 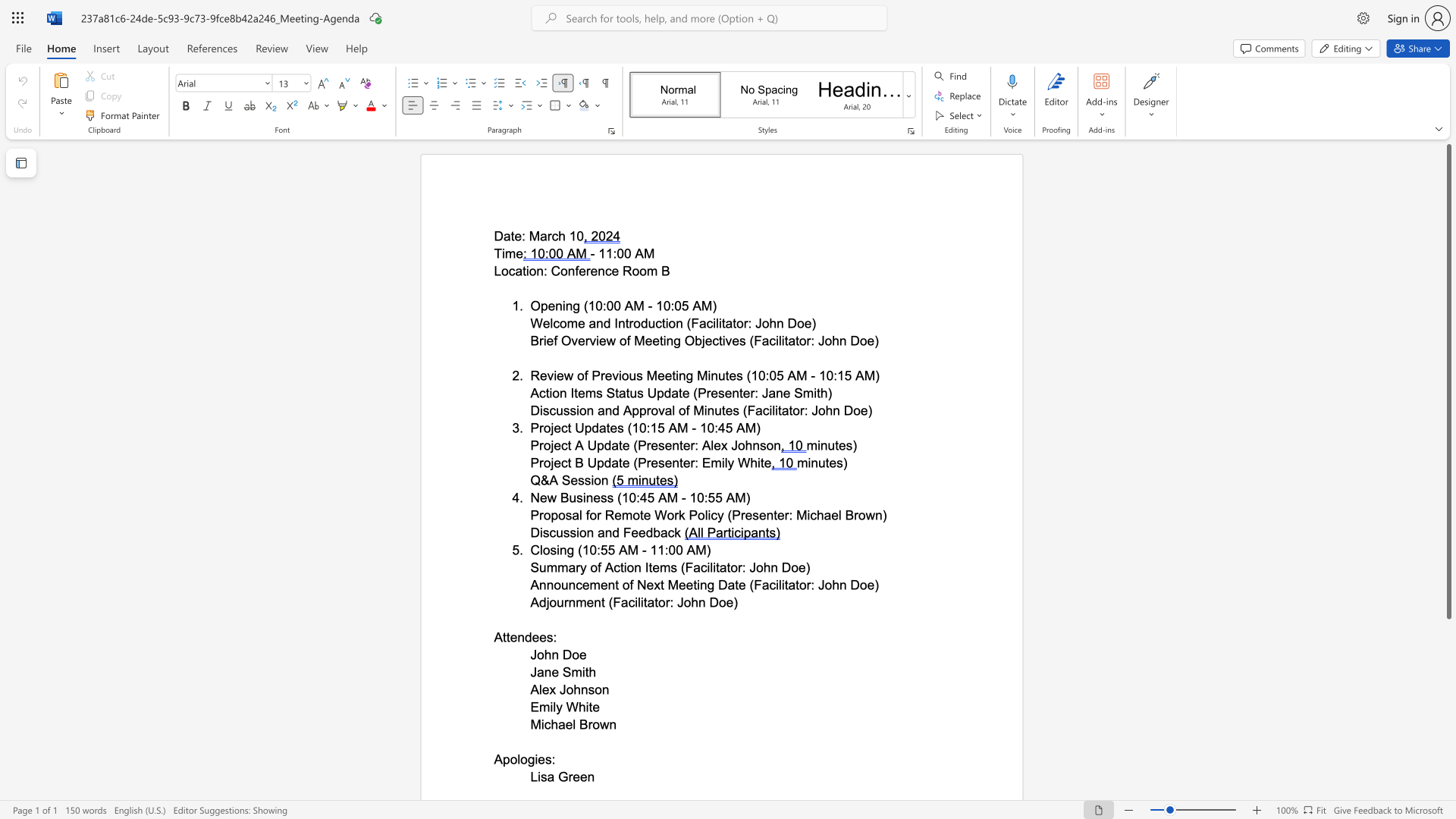 I want to click on the 1th character "n" in the text, so click(x=521, y=637).